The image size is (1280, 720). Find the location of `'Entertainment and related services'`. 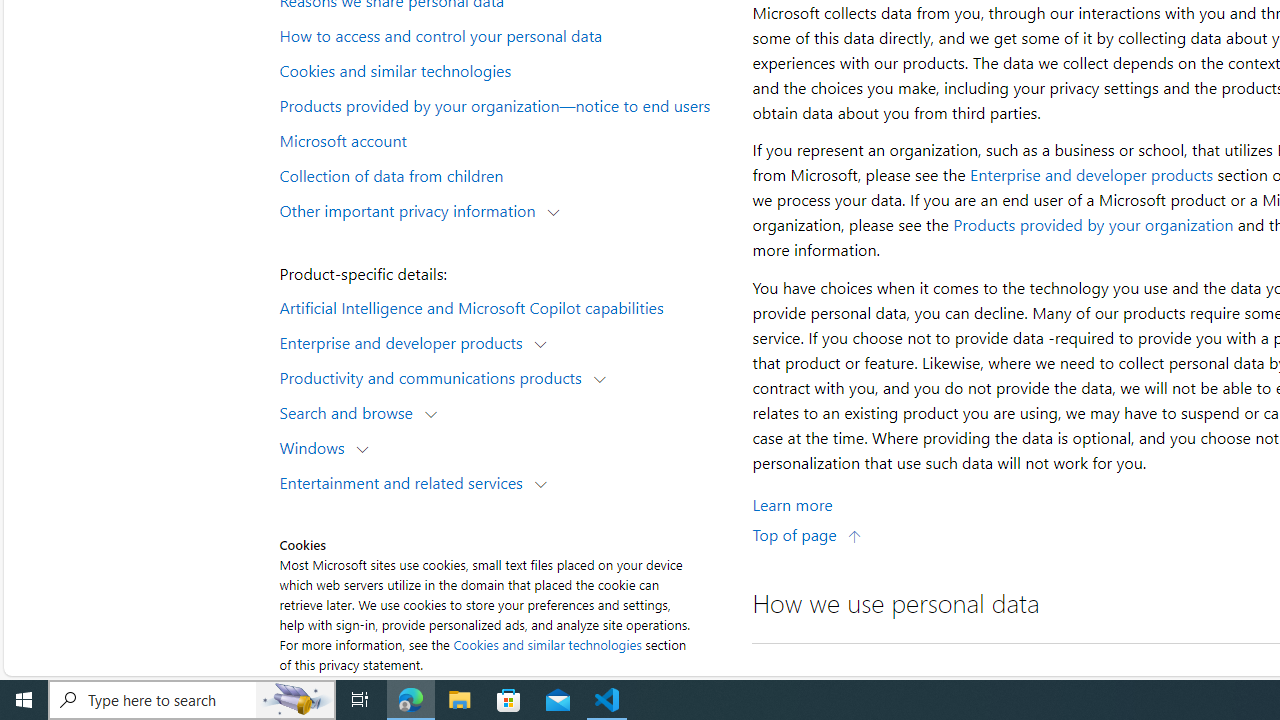

'Entertainment and related services' is located at coordinates (404, 482).